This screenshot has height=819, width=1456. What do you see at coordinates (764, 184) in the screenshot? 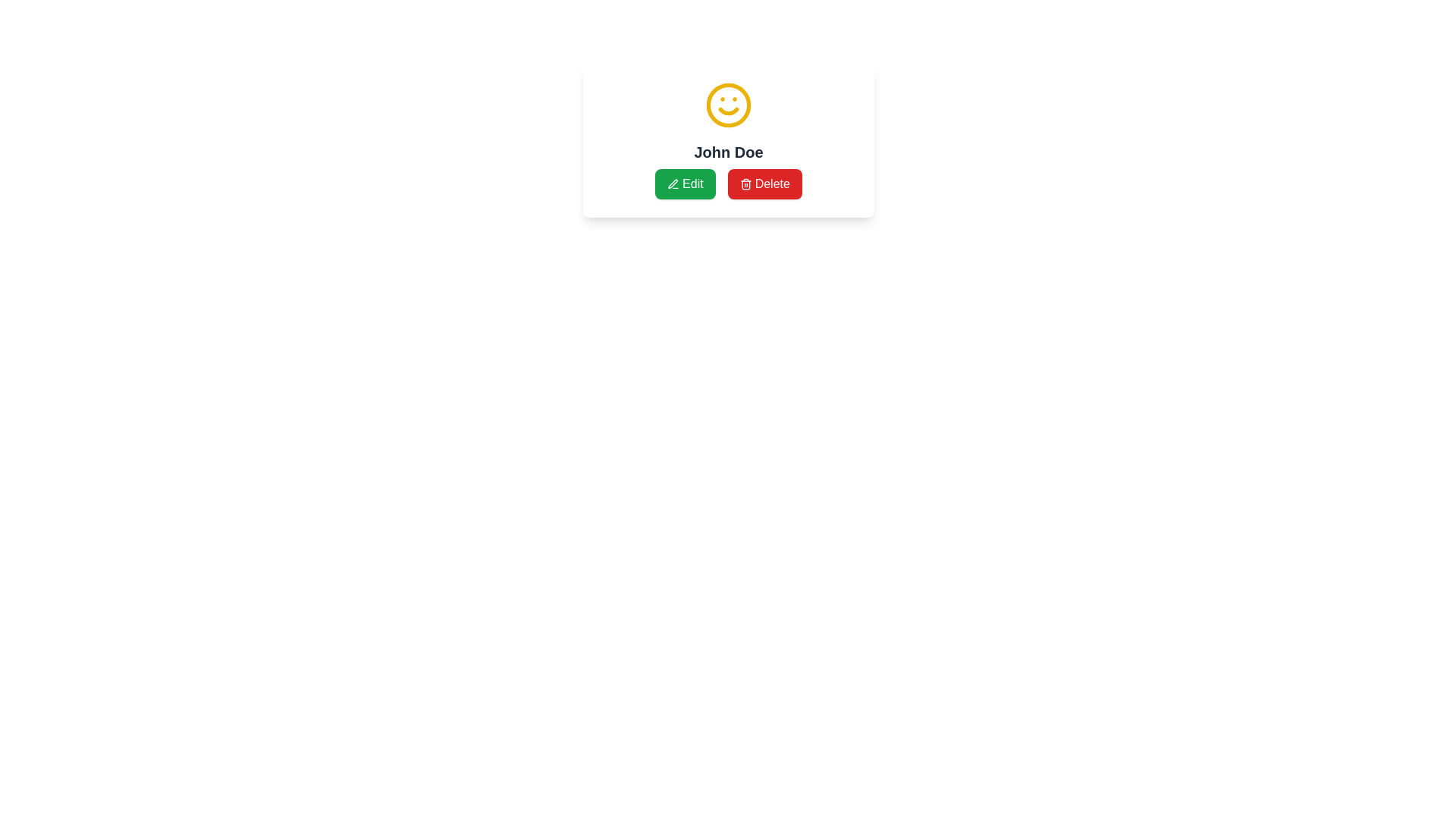
I see `the delete button located at the bottom of the centered card layout` at bounding box center [764, 184].